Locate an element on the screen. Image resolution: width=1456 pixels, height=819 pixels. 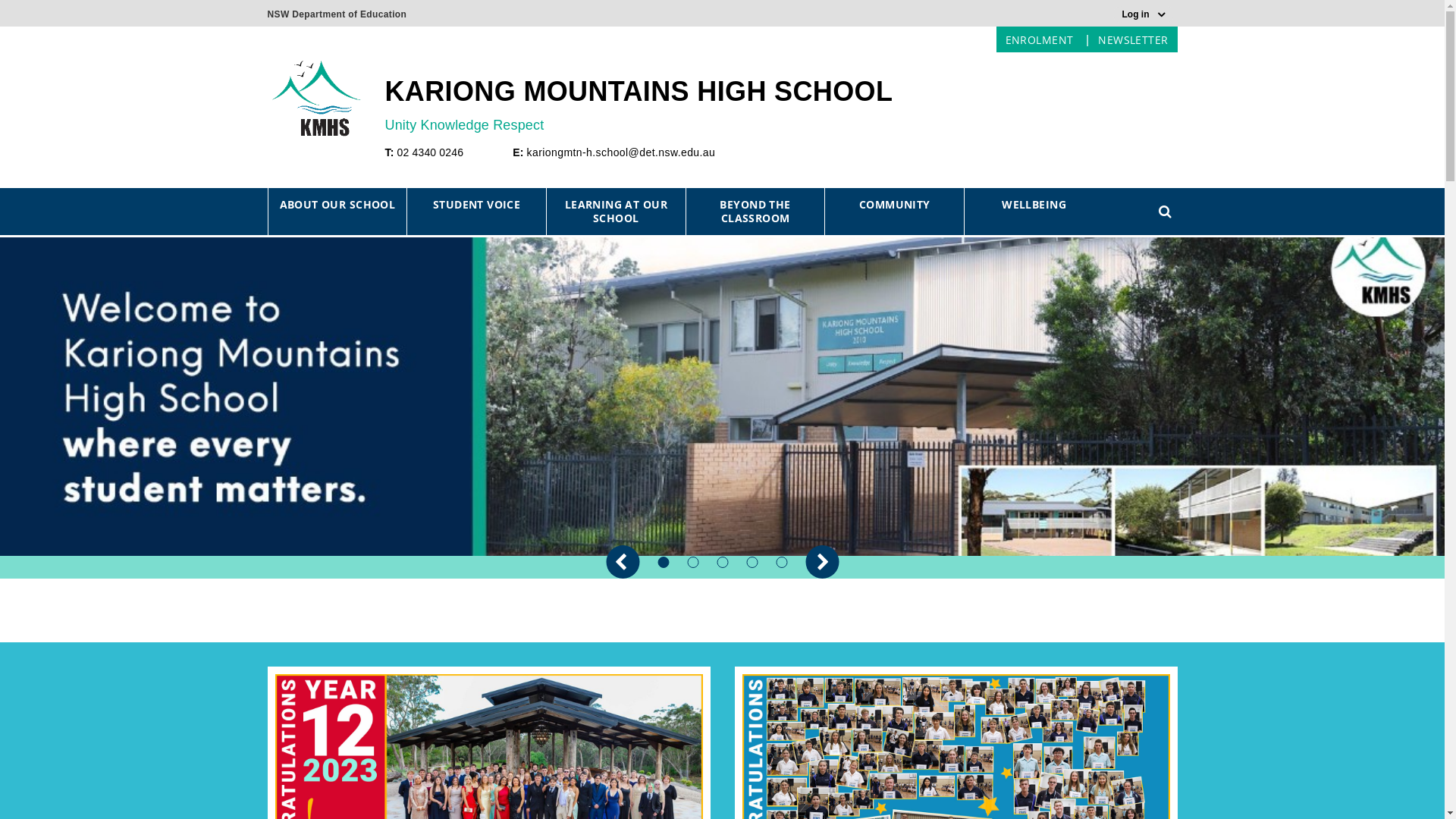
'WELLBEING' is located at coordinates (1033, 205).